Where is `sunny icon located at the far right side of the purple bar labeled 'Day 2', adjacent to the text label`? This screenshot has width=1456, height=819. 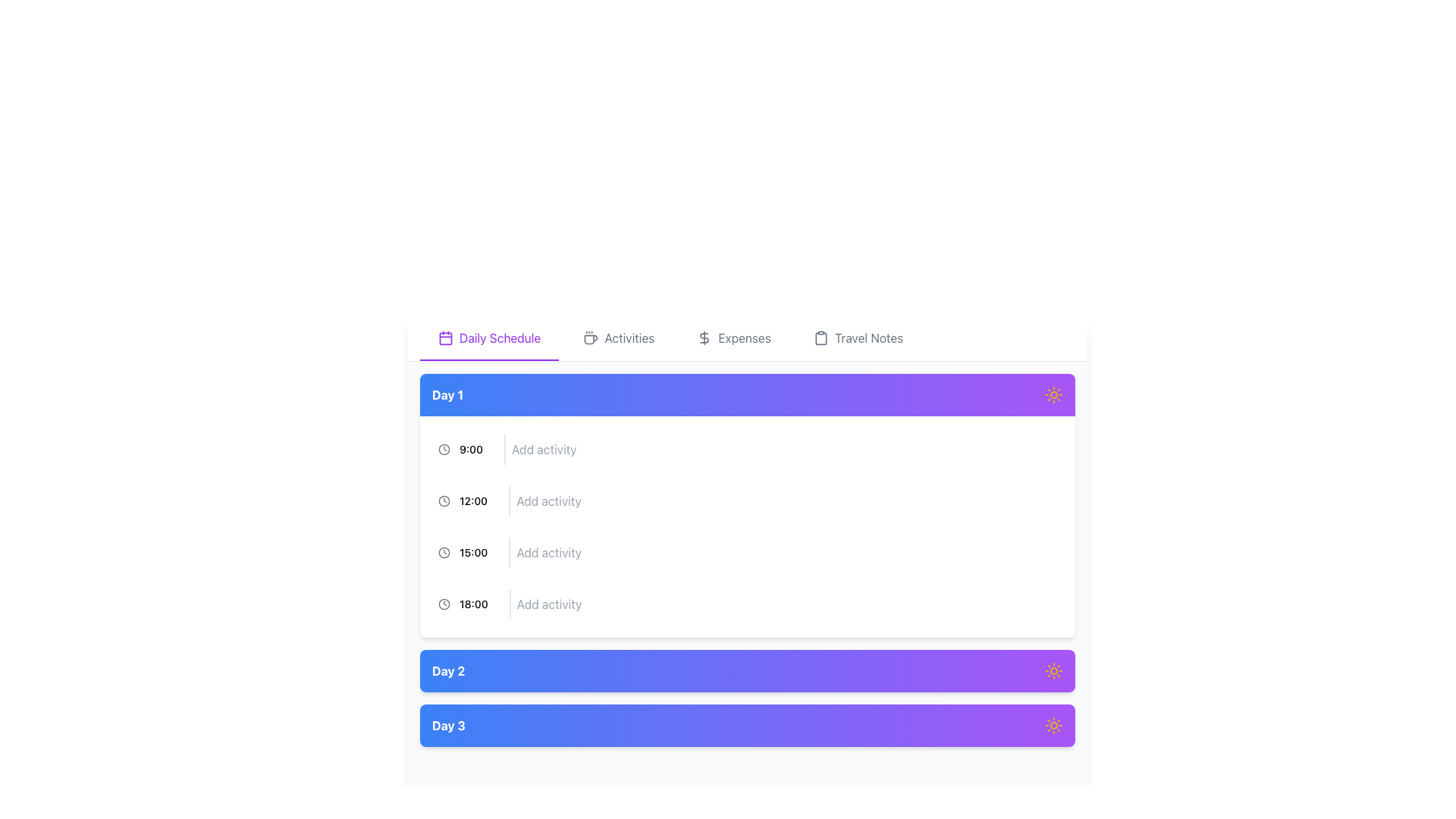 sunny icon located at the far right side of the purple bar labeled 'Day 2', adjacent to the text label is located at coordinates (1053, 670).